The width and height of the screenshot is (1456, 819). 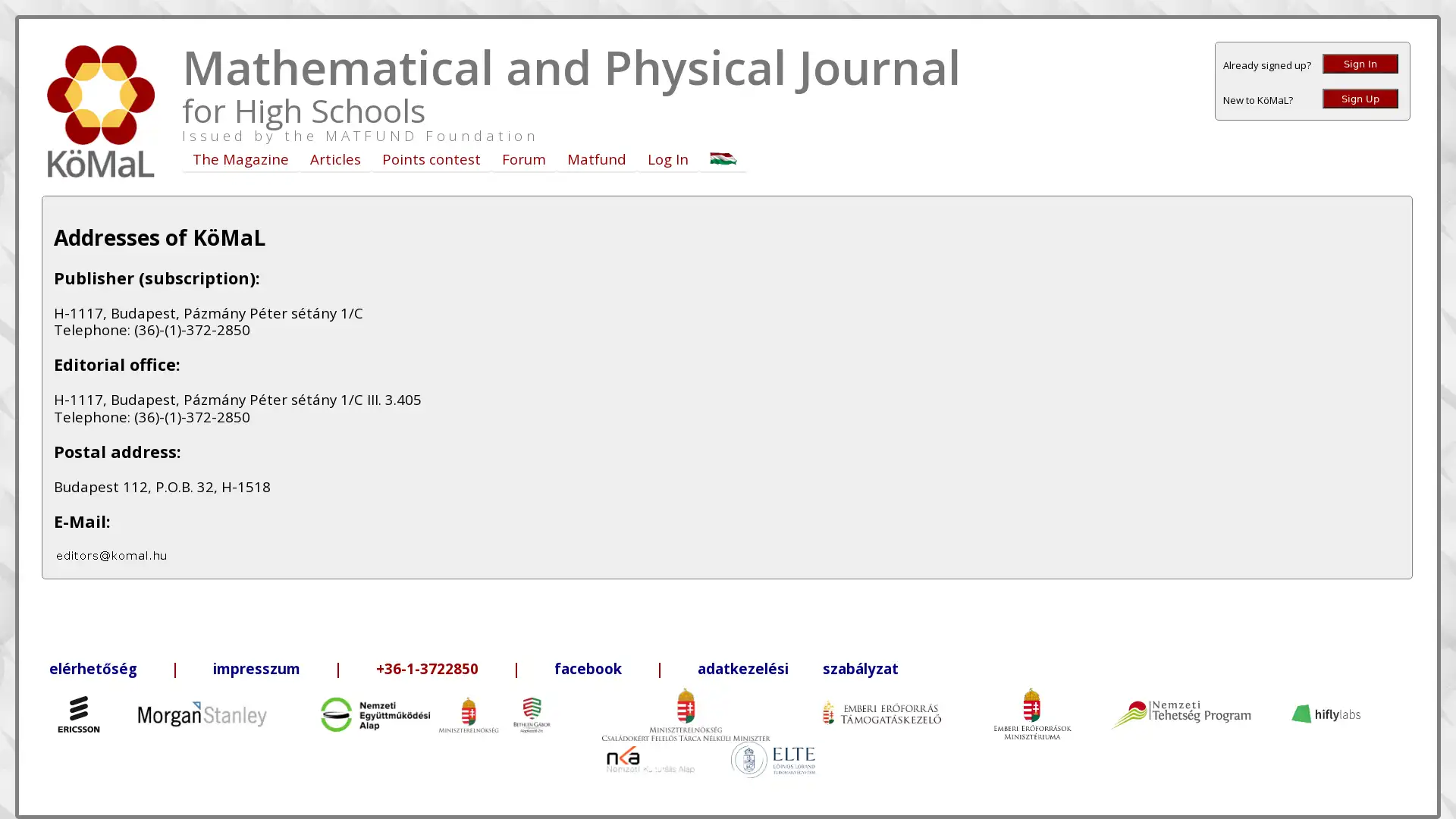 What do you see at coordinates (1360, 63) in the screenshot?
I see `Sign In` at bounding box center [1360, 63].